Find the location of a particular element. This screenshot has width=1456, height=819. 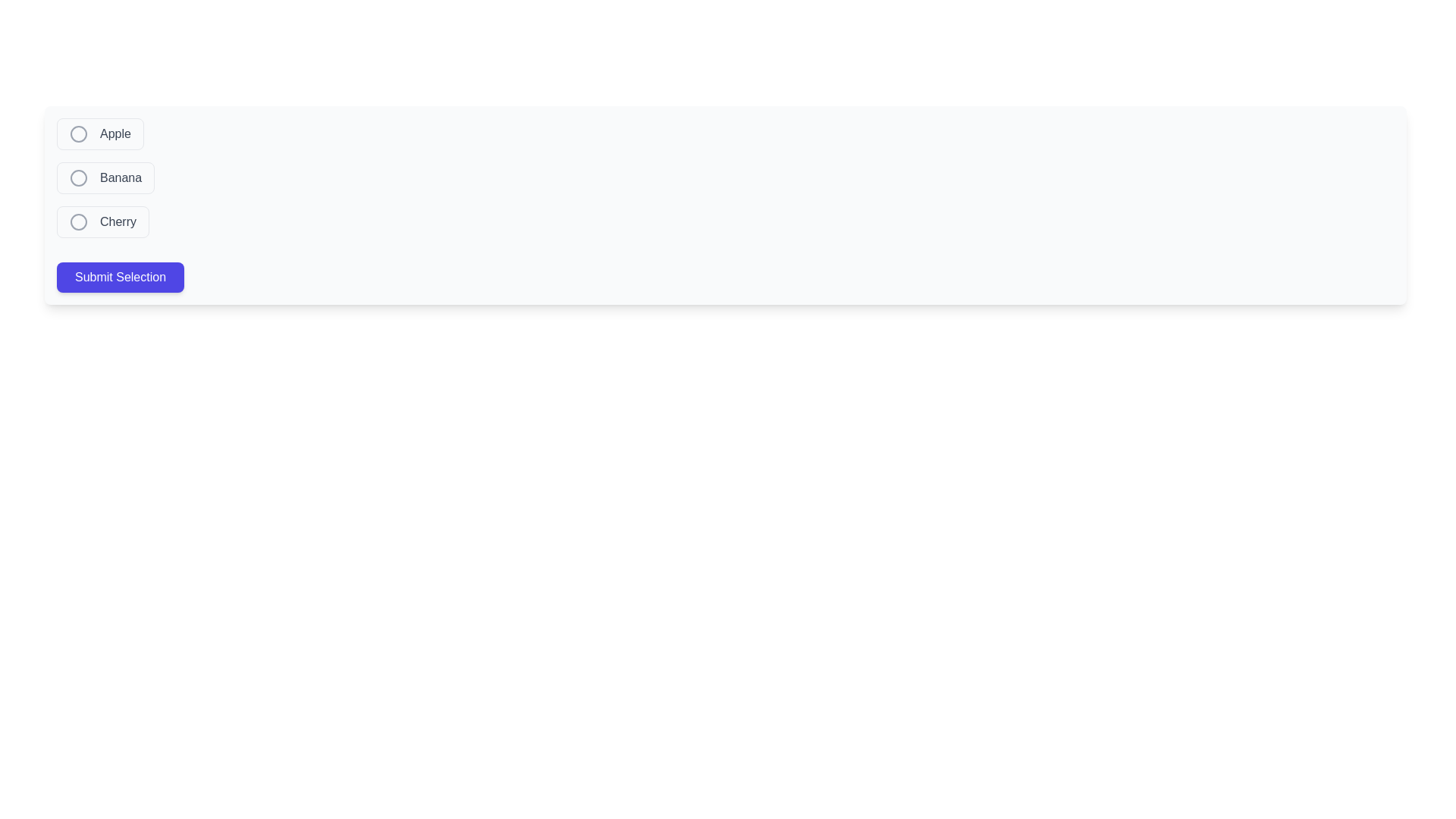

the circular icon for selection indication, which has a gray outline and is located to the left of the text 'Apple' is located at coordinates (78, 133).